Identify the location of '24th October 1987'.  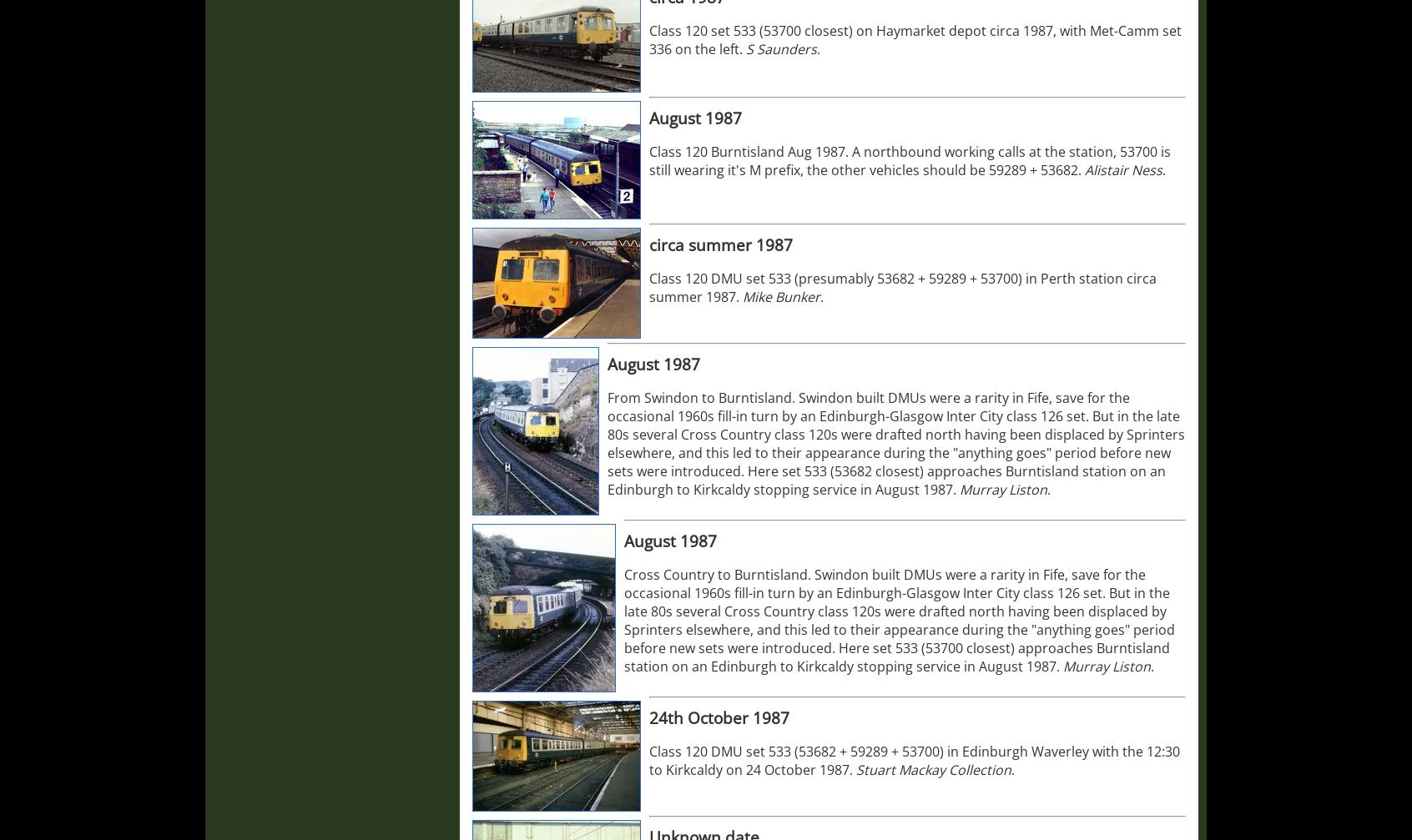
(648, 717).